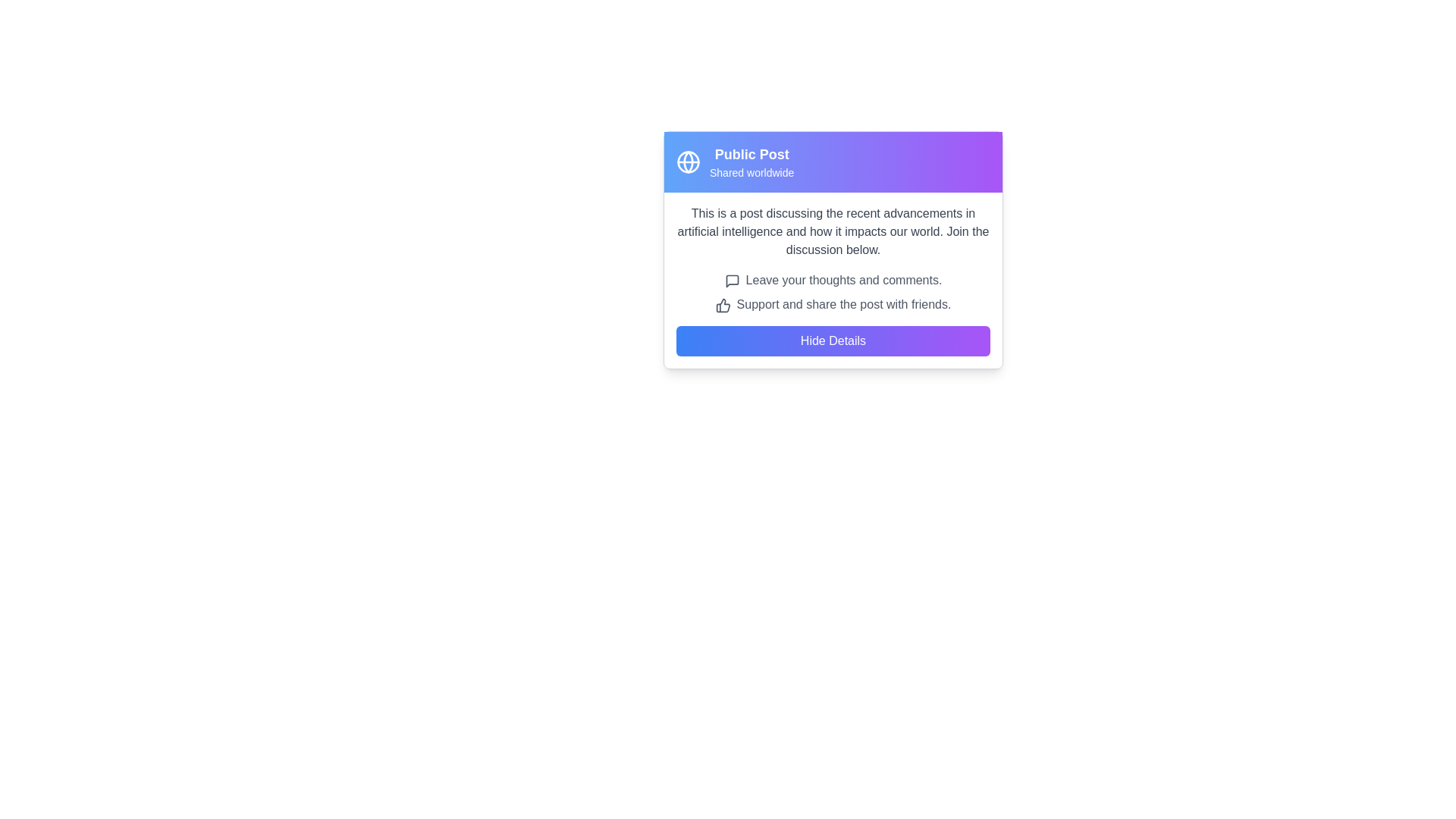  What do you see at coordinates (833, 281) in the screenshot?
I see `the surrounding area of the Text Label with Icon that invites users to leave comments or share their thoughts, located above the text 'Support and share the post with friends.'` at bounding box center [833, 281].